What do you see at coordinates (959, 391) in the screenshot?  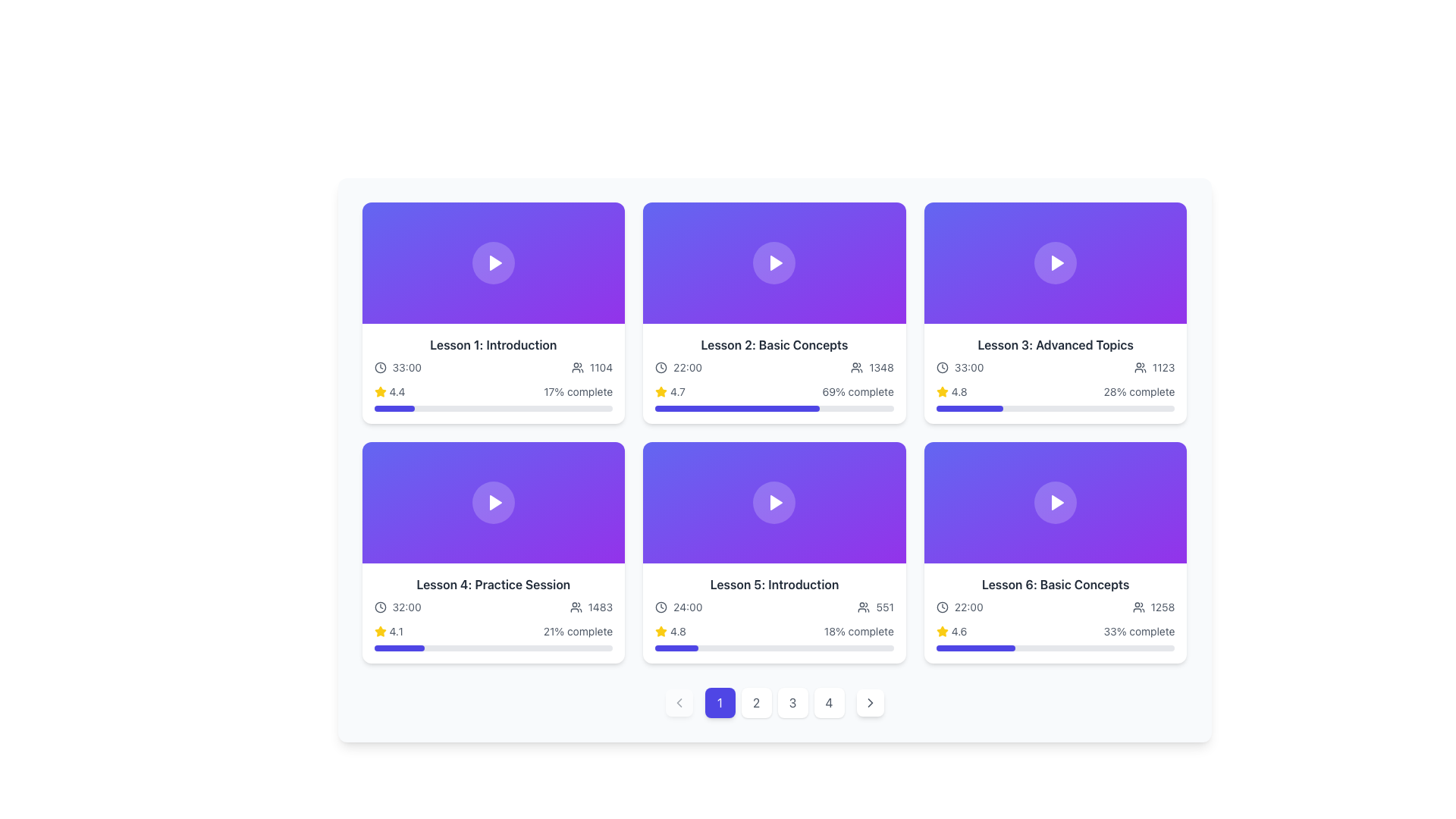 I see `the rating value displayed in the text label for 'Lesson 5: Introduction', which shows a score of '4.8' near the star rating indicator` at bounding box center [959, 391].